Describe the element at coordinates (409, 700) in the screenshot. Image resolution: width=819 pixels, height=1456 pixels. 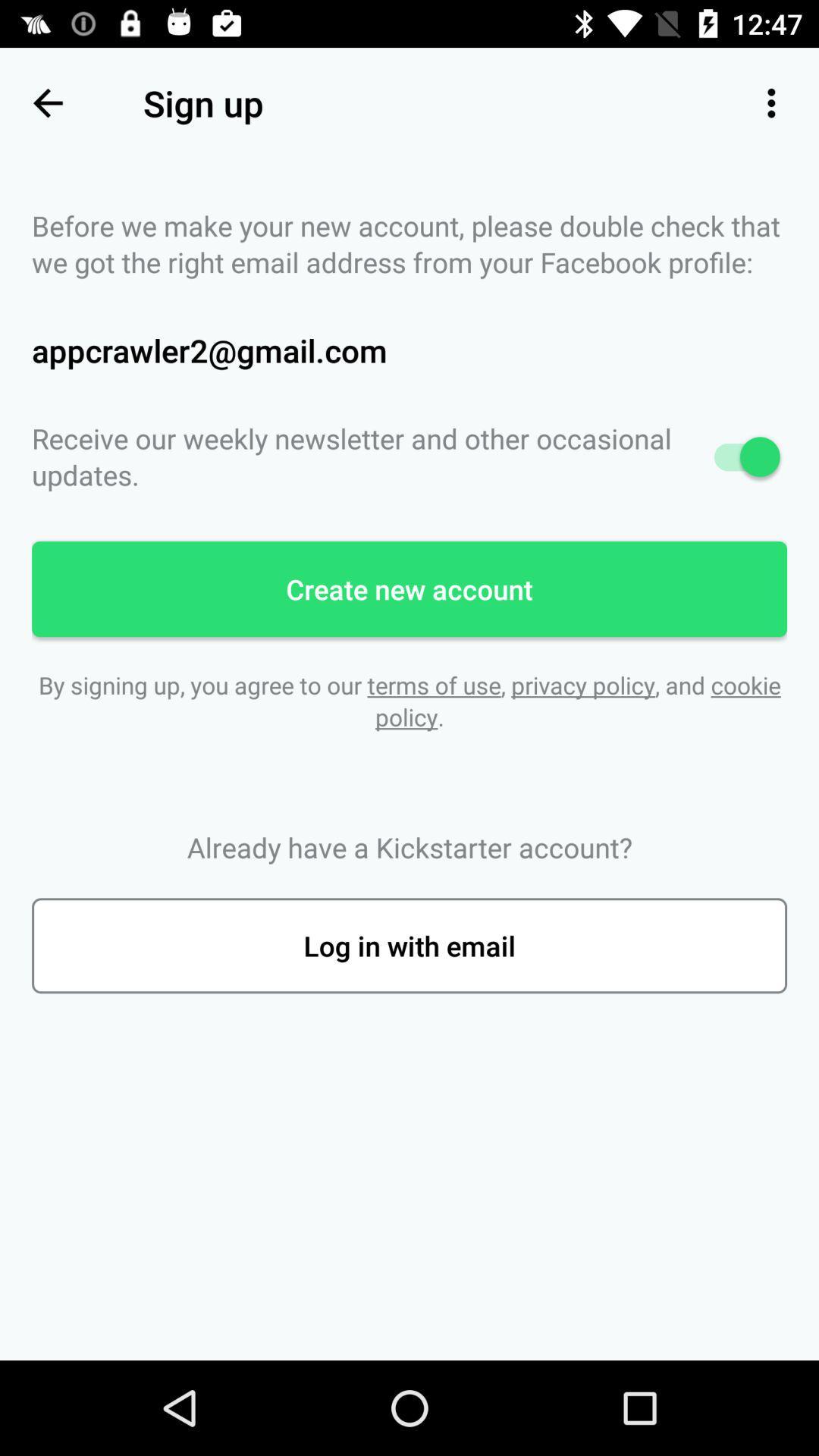
I see `icon above already have a` at that location.